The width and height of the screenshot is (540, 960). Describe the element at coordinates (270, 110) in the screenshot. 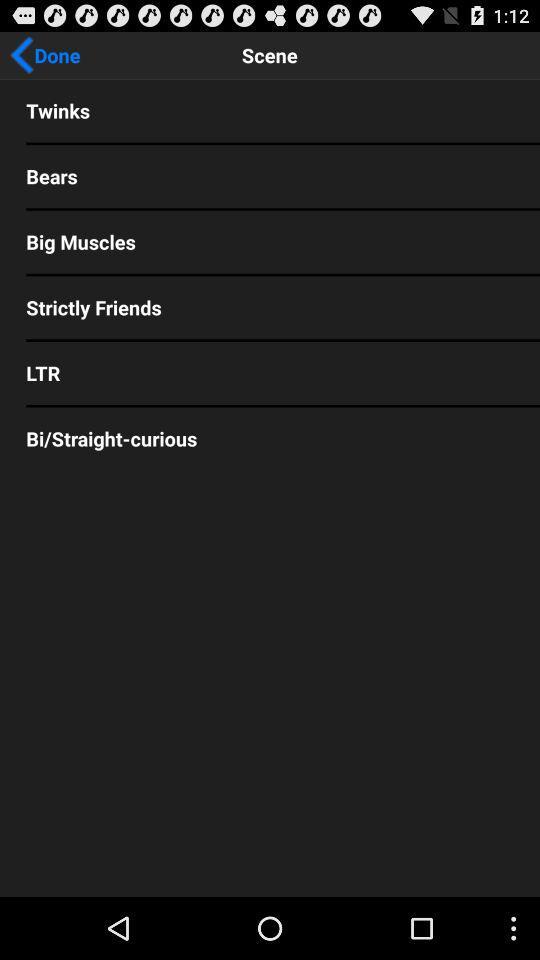

I see `twinks` at that location.